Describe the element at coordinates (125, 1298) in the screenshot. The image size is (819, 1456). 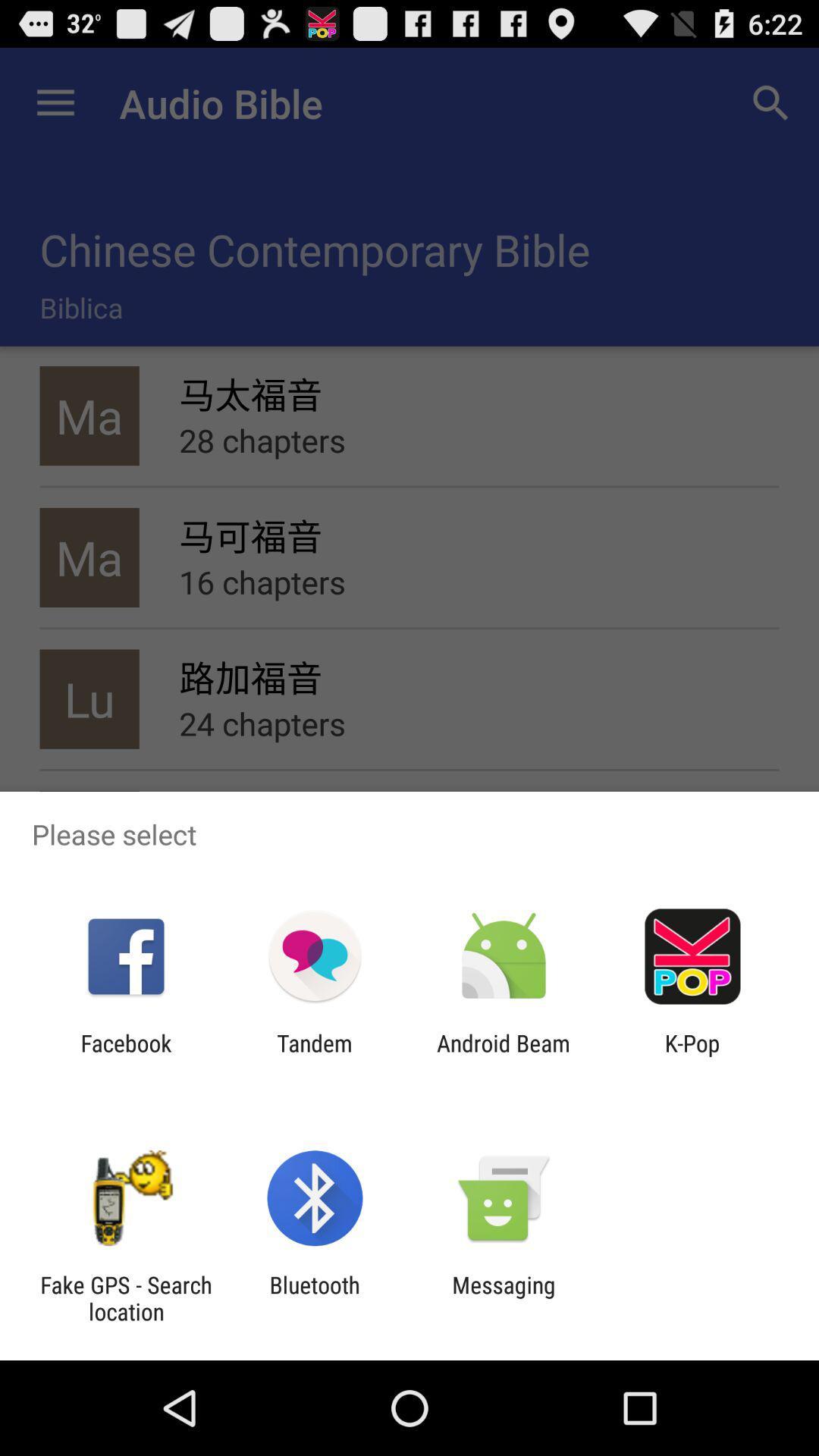
I see `fake gps search app` at that location.